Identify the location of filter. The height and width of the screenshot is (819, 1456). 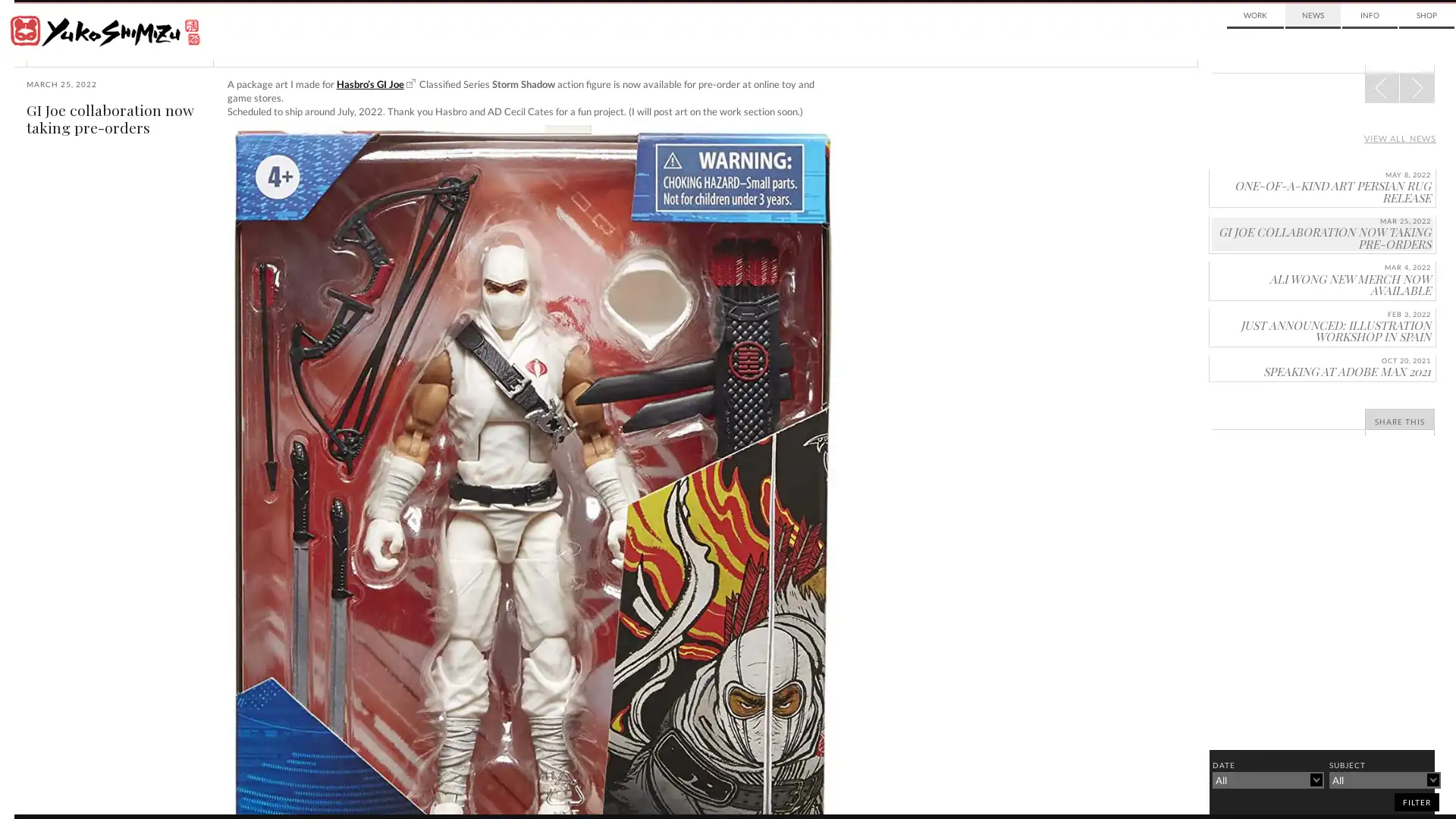
(1416, 800).